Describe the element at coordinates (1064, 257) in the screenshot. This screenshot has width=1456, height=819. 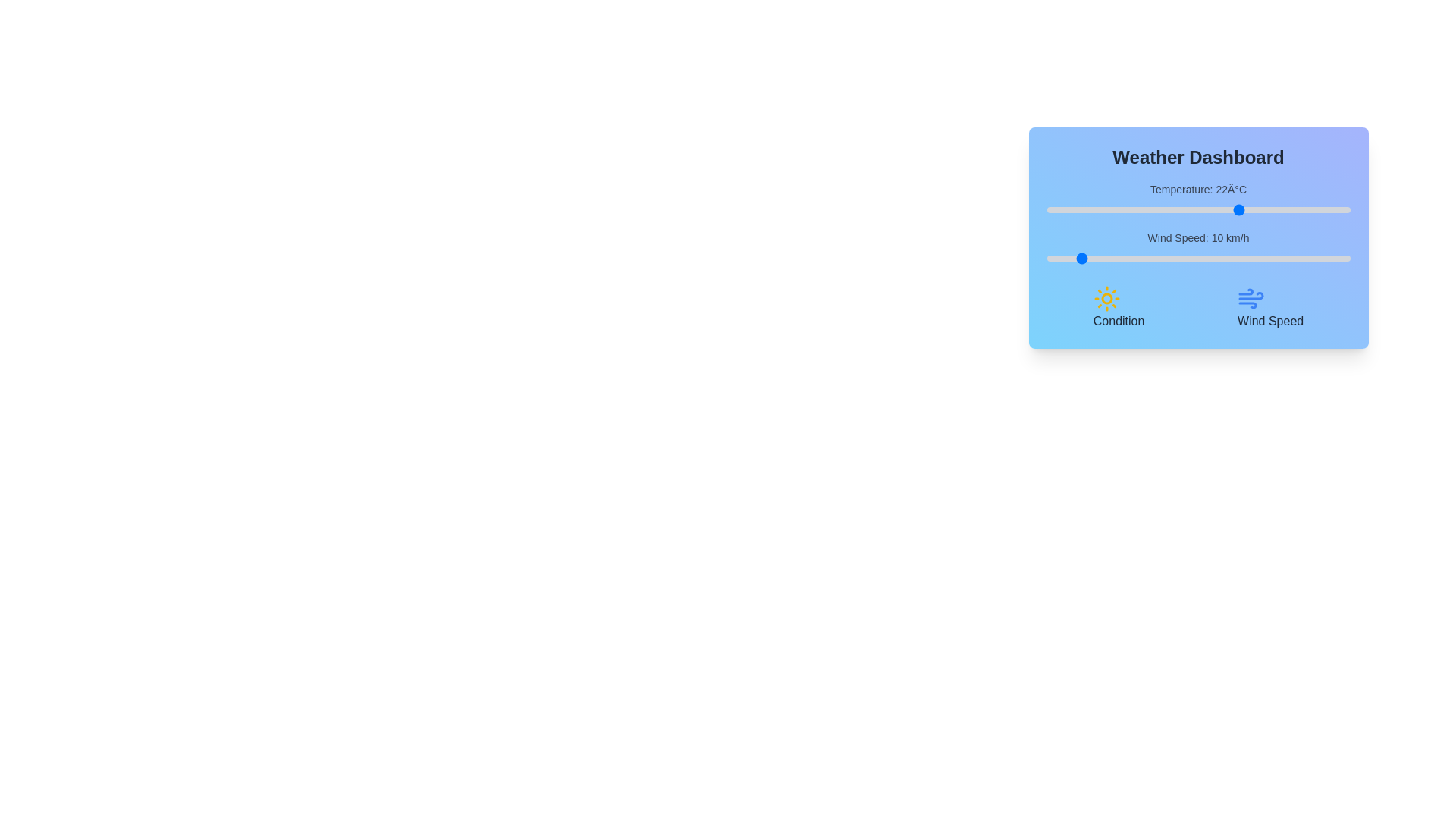
I see `the wind speed slider to set the wind speed to 6 km/h` at that location.